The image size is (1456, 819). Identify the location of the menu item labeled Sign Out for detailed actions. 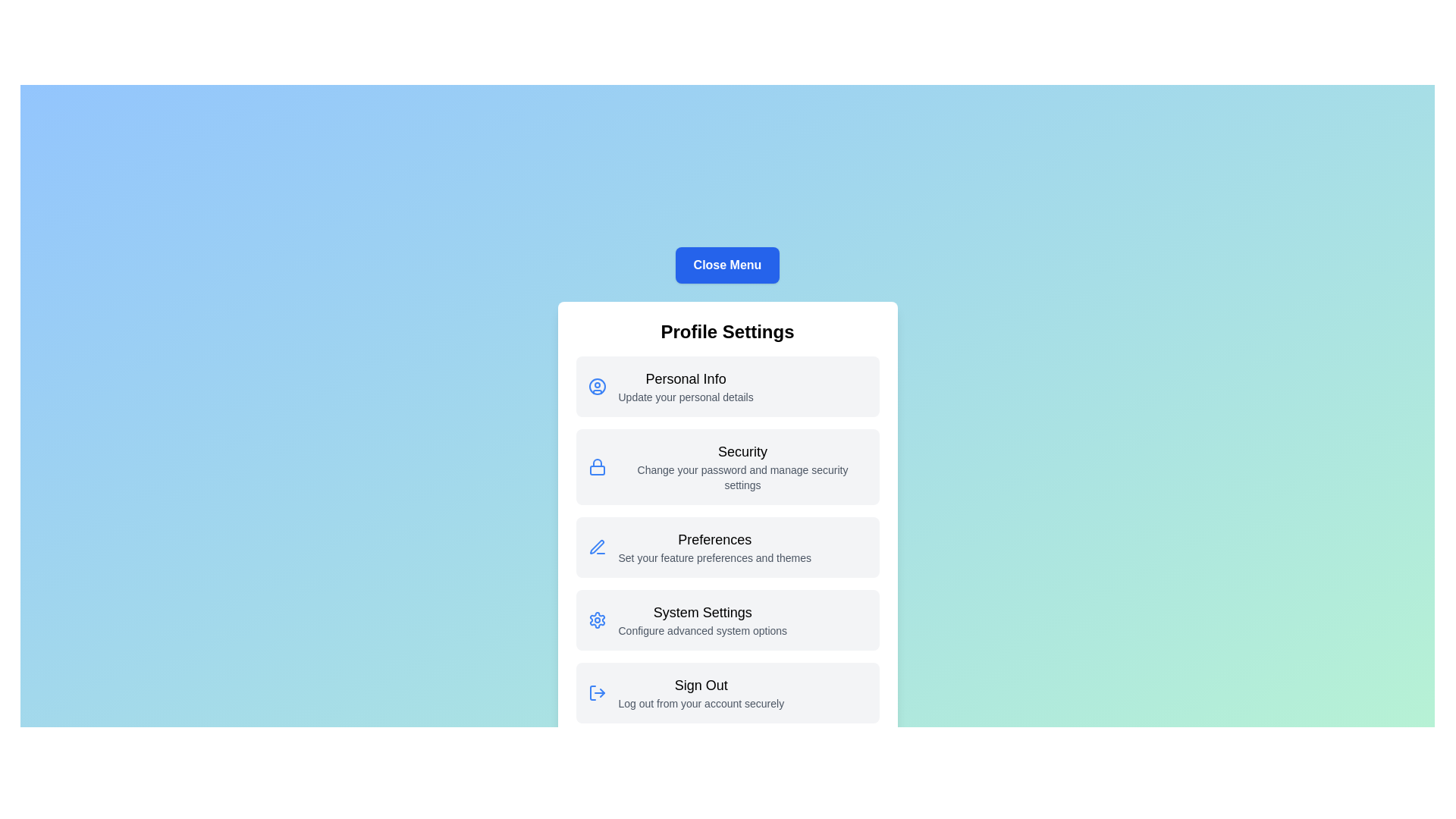
(726, 693).